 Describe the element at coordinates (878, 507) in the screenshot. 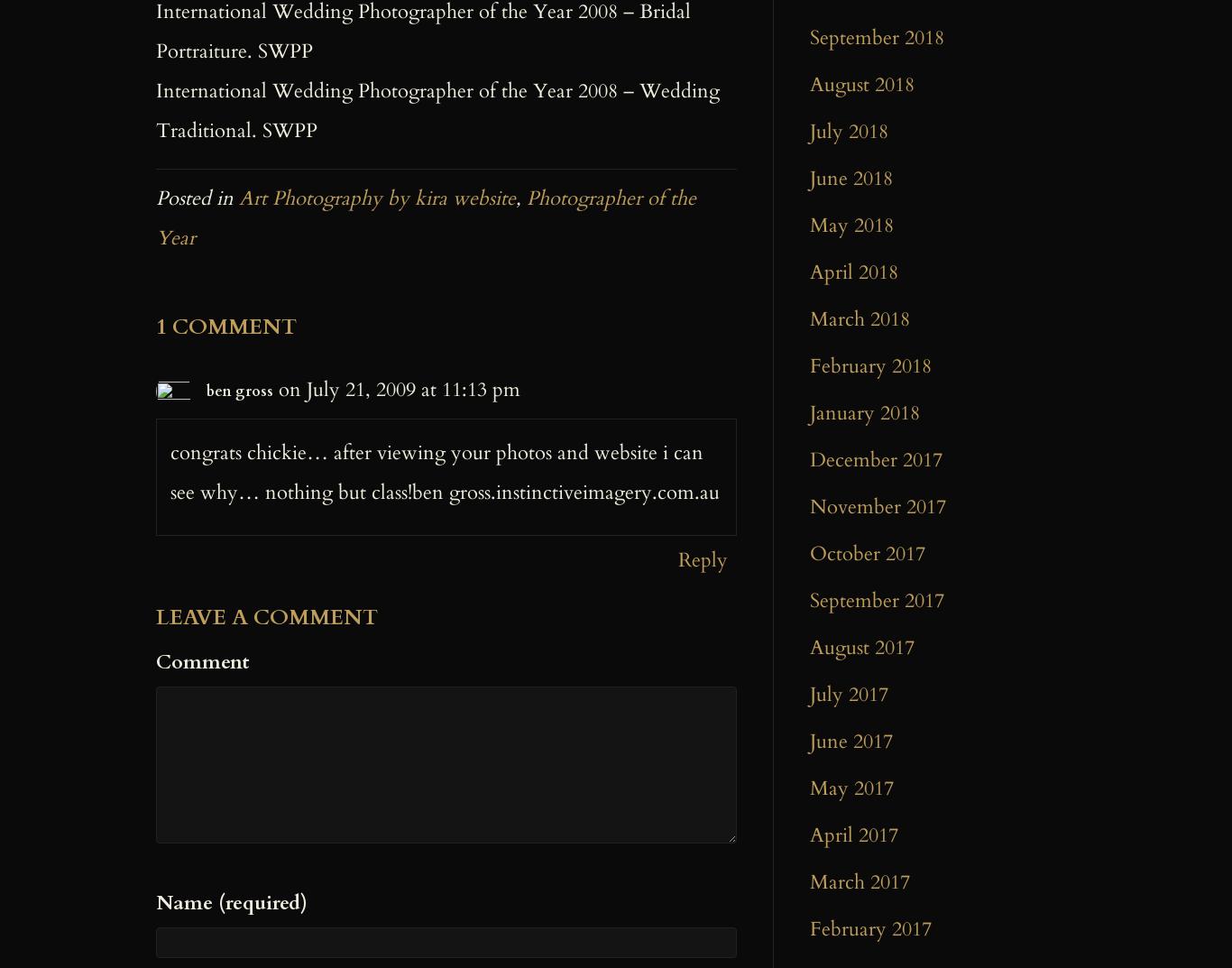

I see `'November 2017'` at that location.